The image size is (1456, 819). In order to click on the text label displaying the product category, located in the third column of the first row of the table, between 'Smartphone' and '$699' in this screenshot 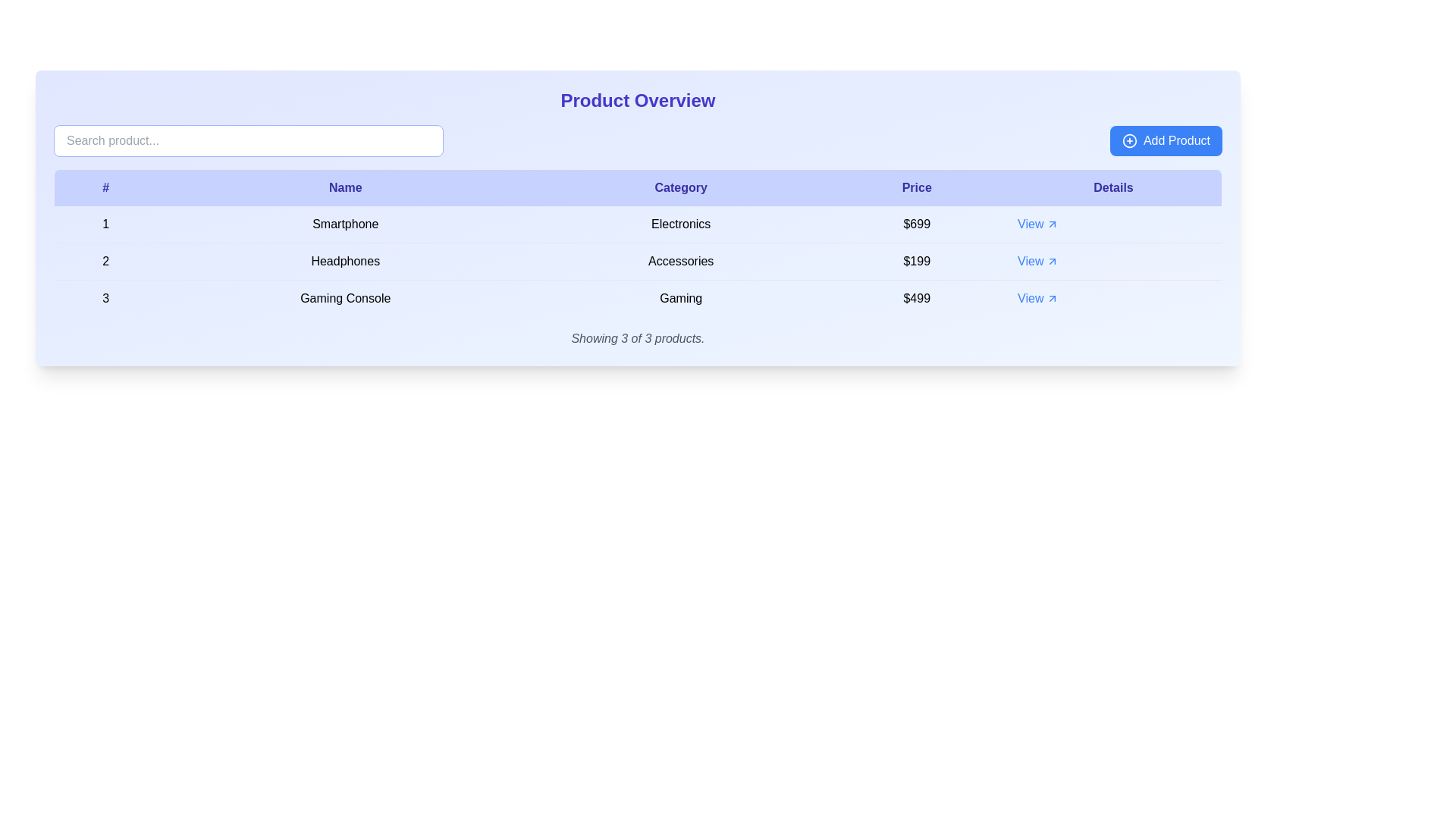, I will do `click(680, 224)`.